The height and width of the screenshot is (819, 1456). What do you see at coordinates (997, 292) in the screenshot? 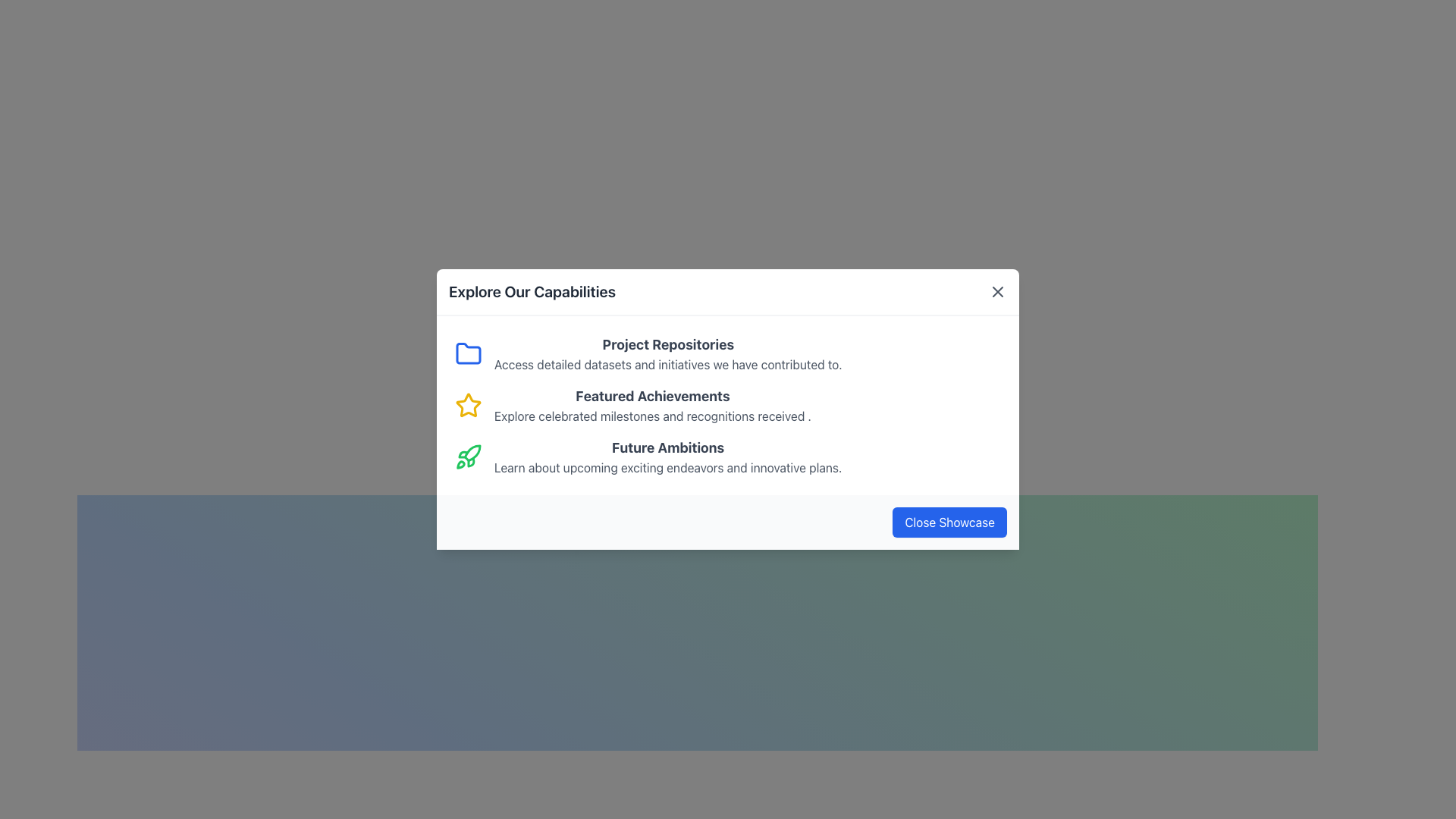
I see `the small gray button with an 'X' icon located at the top-right corner of the dialog box labeled 'Explore Our Capabilities'` at bounding box center [997, 292].